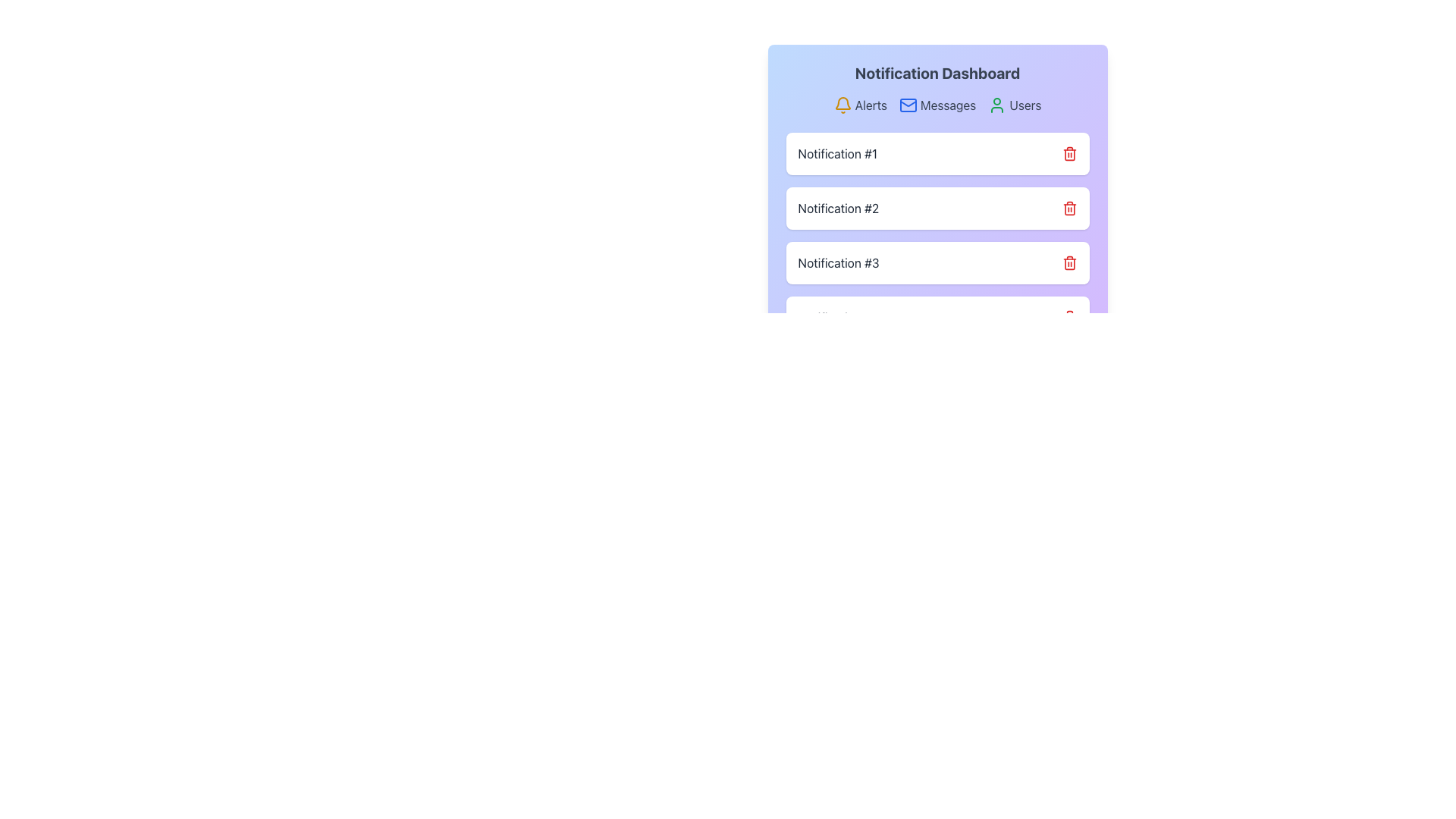 The image size is (1456, 819). I want to click on text 'Notification #2' displayed in gray within the second notification box, which is part of a vertical list of notifications, so click(837, 208).